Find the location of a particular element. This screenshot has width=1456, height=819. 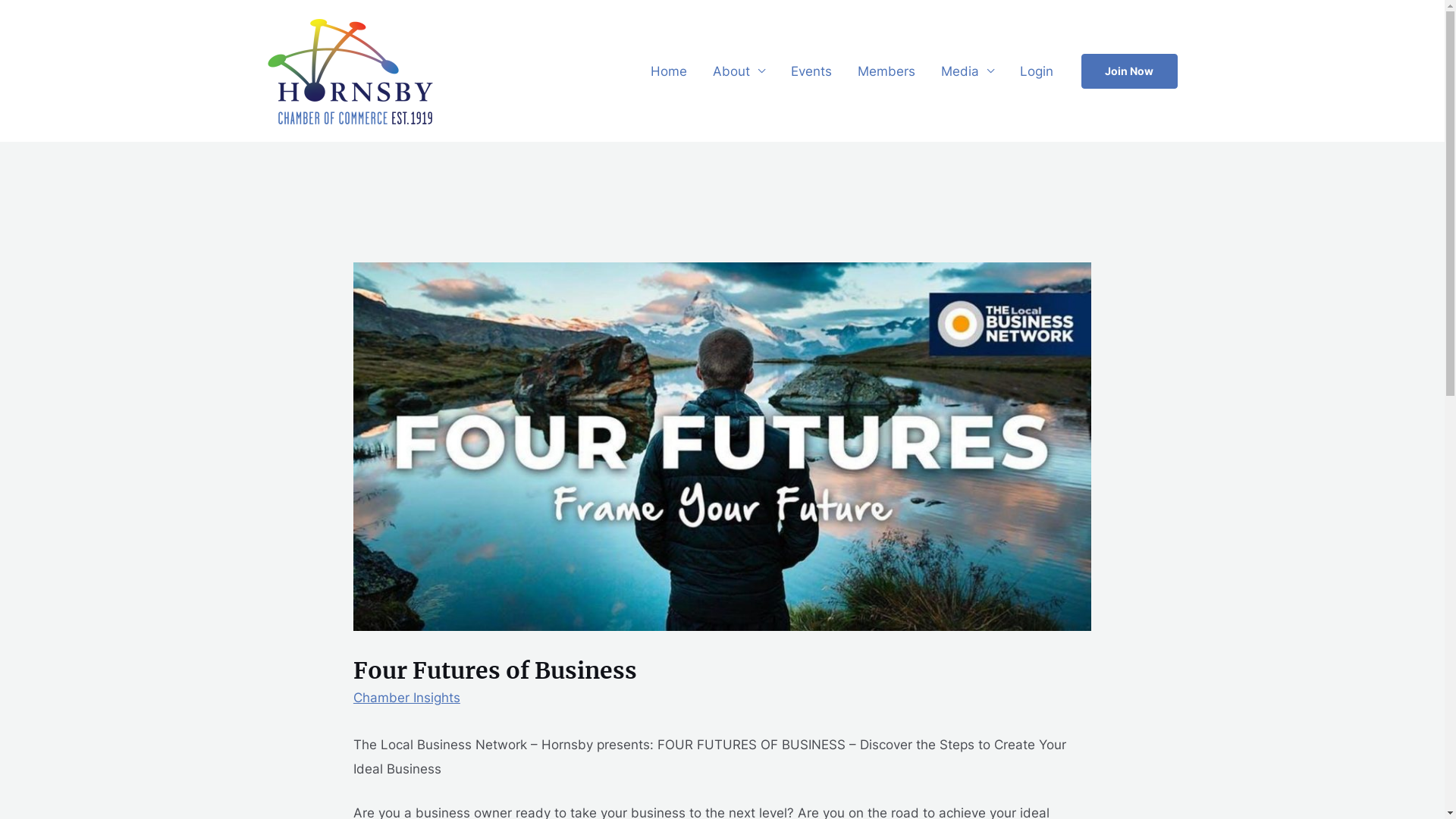

'Home' is located at coordinates (637, 70).